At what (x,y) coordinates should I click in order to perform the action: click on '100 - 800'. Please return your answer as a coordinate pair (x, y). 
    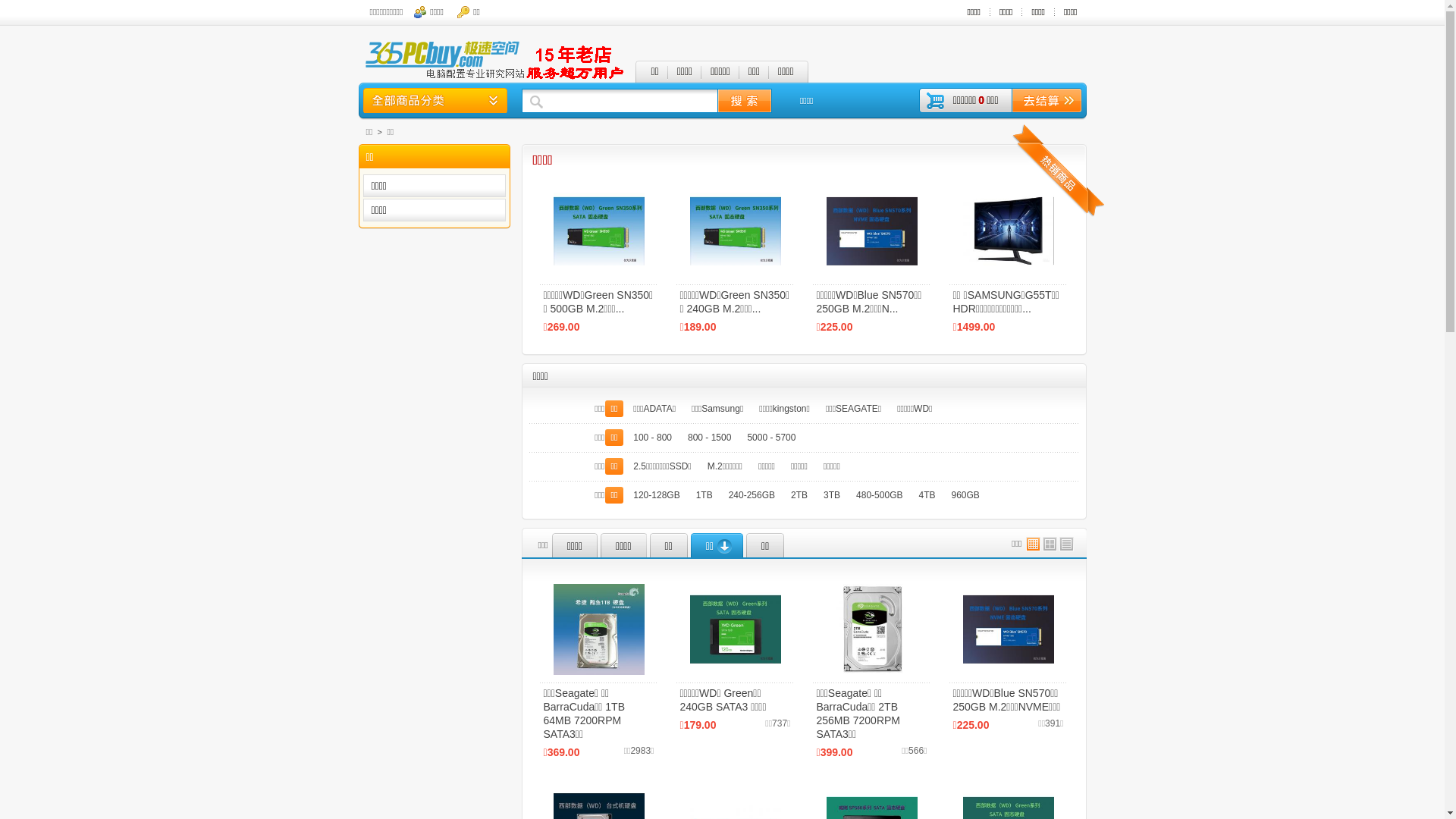
    Looking at the image, I should click on (652, 438).